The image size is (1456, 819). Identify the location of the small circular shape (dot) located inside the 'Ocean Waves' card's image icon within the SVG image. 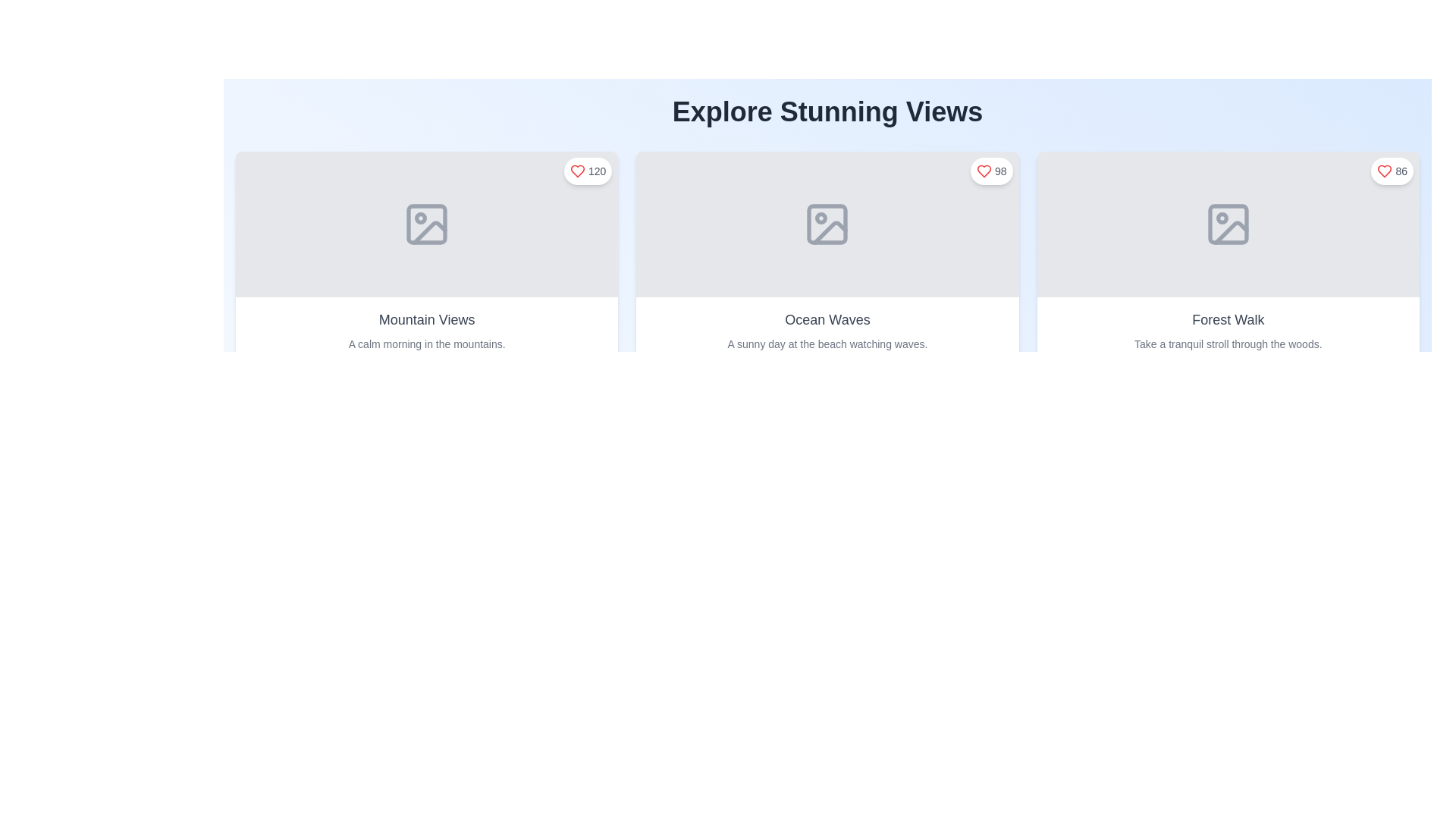
(821, 218).